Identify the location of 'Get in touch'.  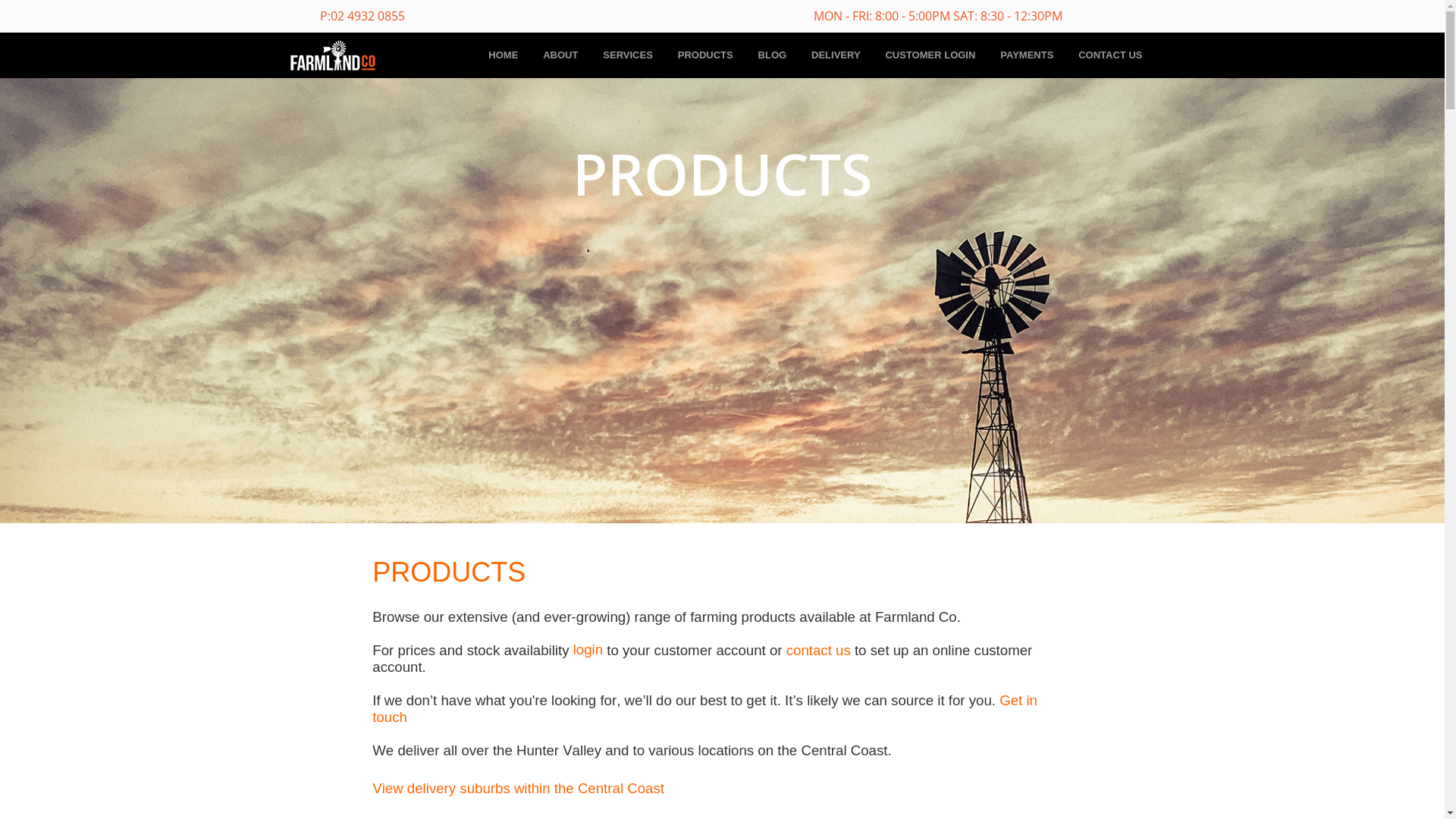
(704, 708).